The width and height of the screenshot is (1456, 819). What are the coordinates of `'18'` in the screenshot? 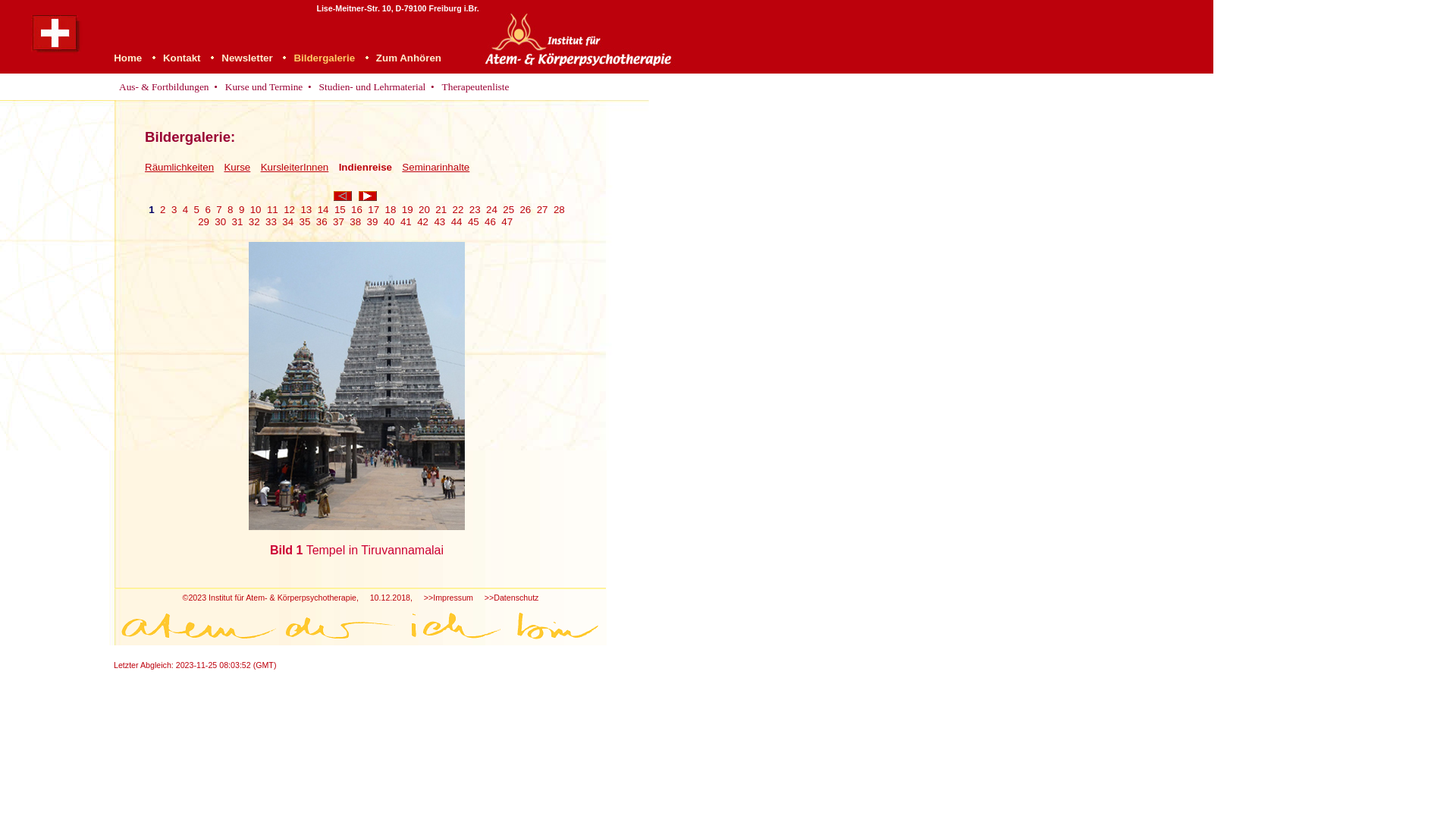 It's located at (391, 209).